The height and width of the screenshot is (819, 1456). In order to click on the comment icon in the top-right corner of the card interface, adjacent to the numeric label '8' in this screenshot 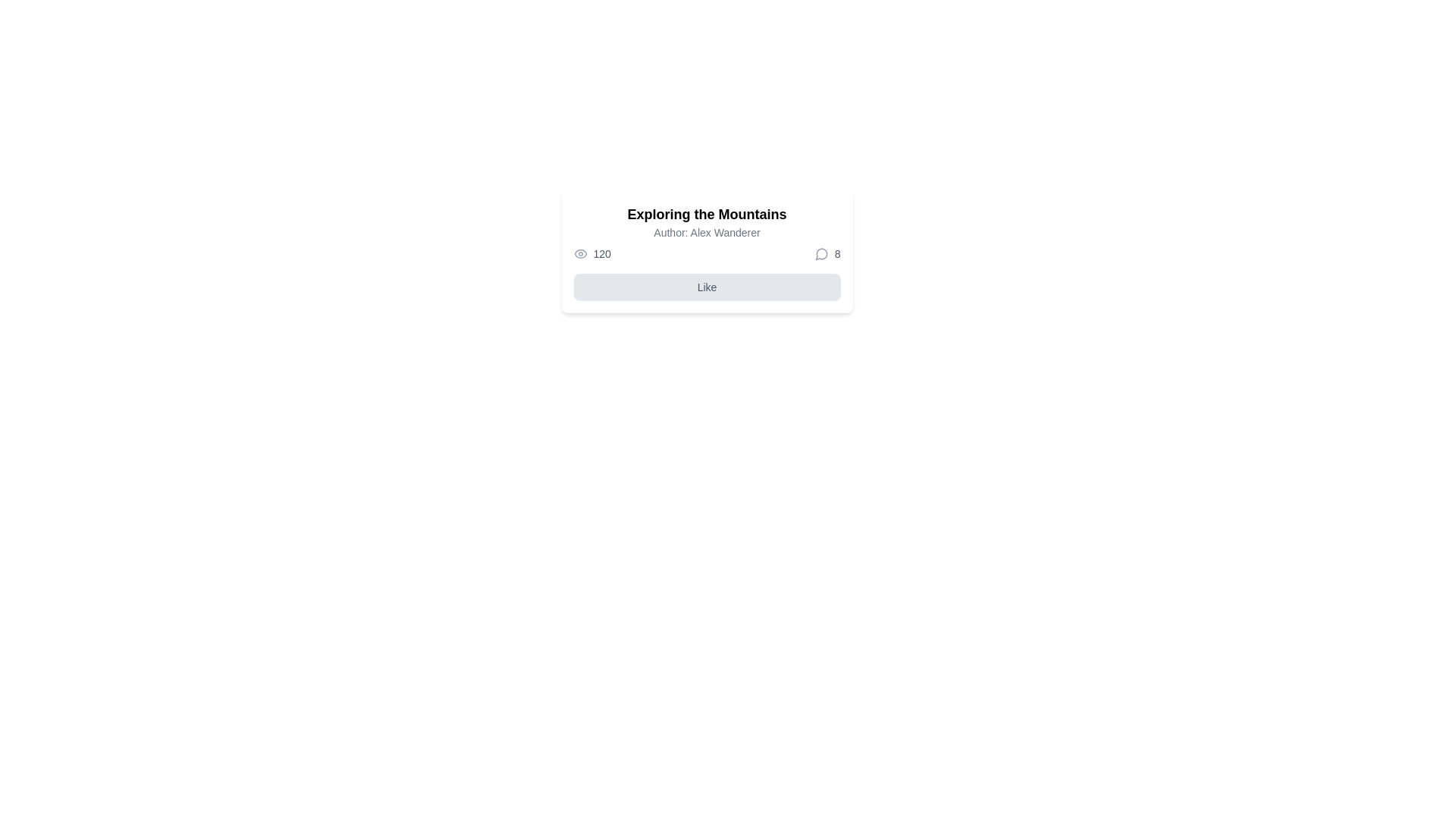, I will do `click(821, 253)`.